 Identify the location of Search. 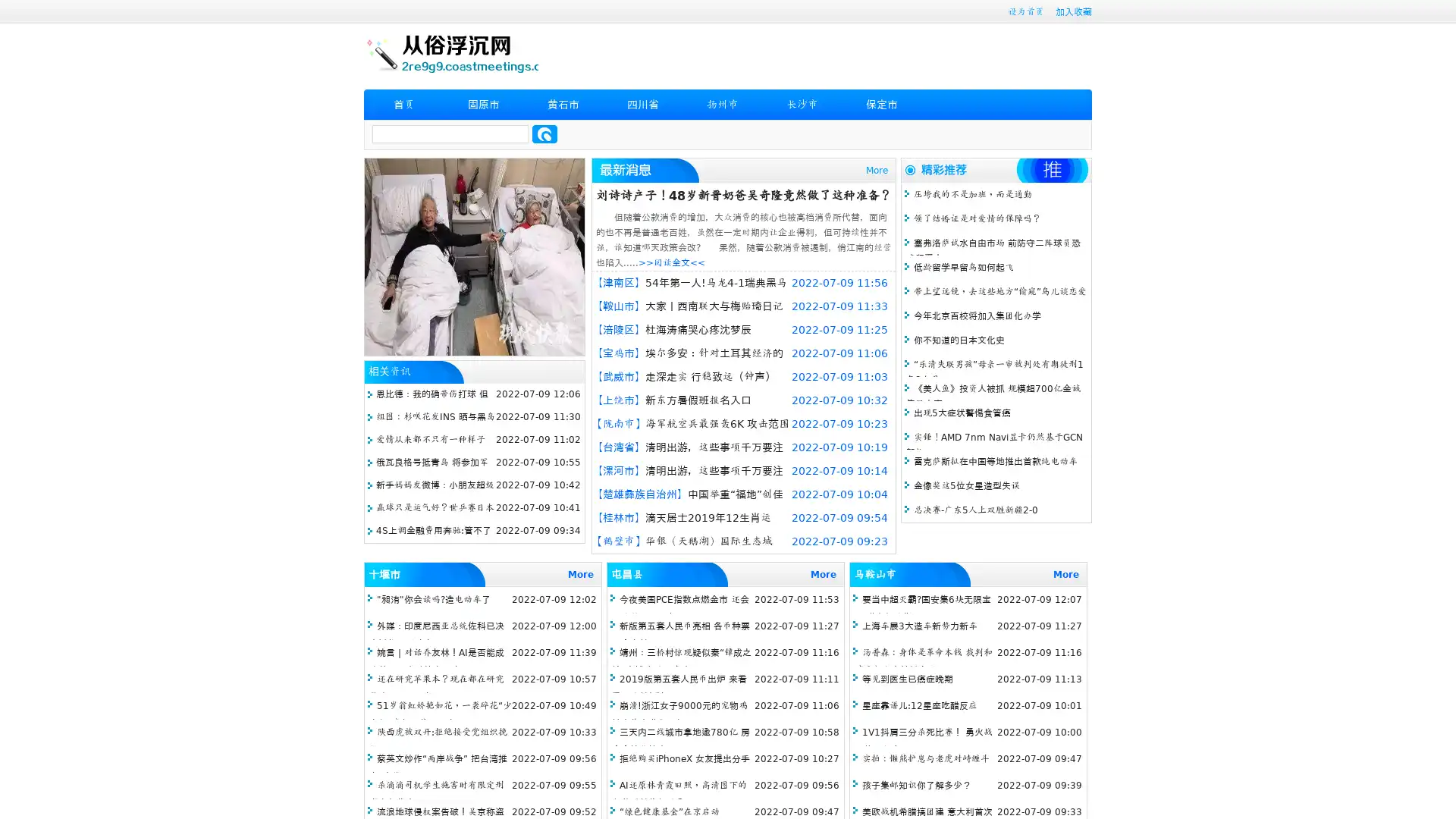
(544, 133).